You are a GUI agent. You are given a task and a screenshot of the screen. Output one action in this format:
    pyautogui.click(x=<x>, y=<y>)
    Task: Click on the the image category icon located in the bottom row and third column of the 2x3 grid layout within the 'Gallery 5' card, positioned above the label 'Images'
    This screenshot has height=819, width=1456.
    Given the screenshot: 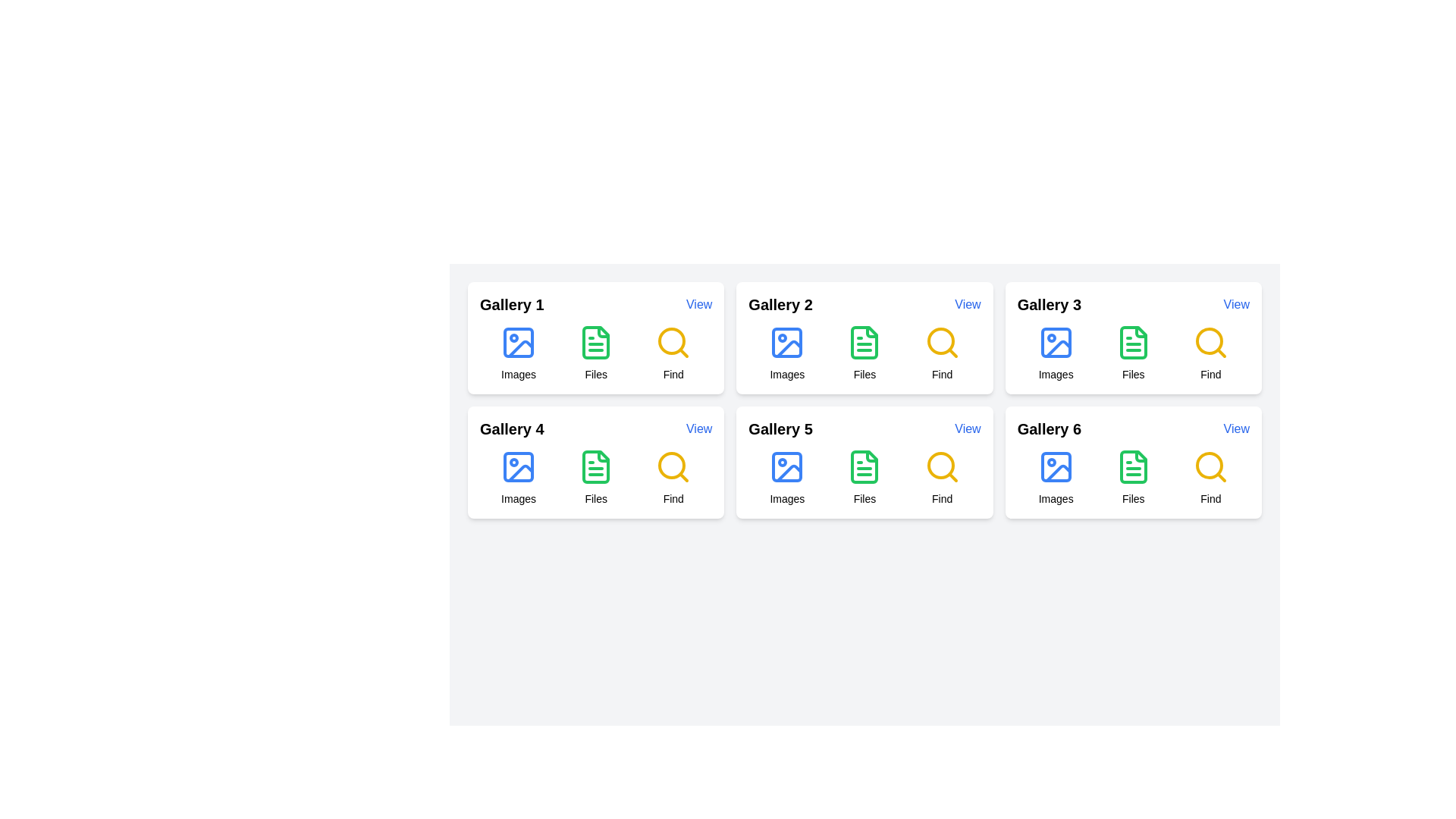 What is the action you would take?
    pyautogui.click(x=787, y=466)
    